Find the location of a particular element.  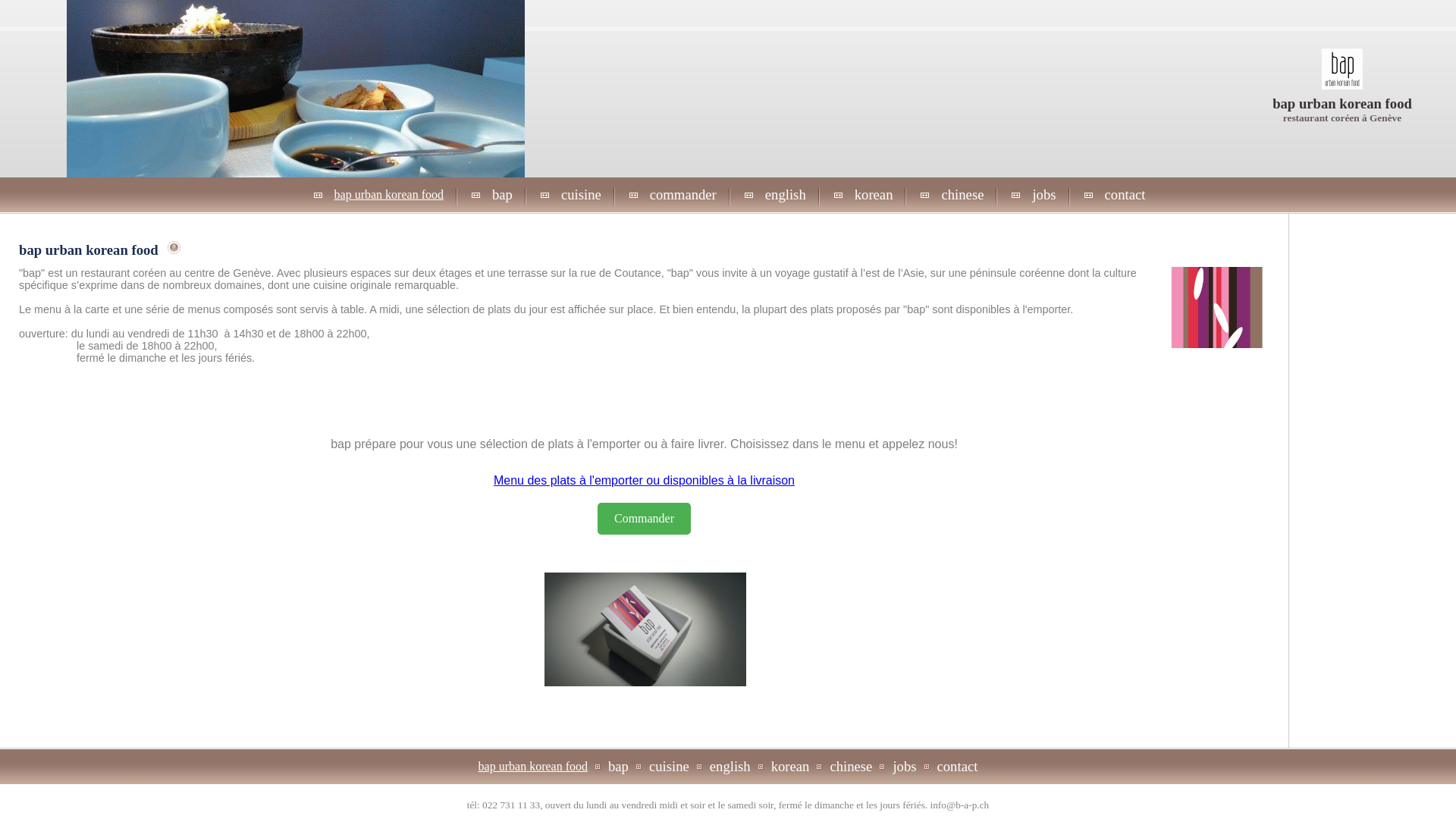

'Commander' is located at coordinates (596, 517).